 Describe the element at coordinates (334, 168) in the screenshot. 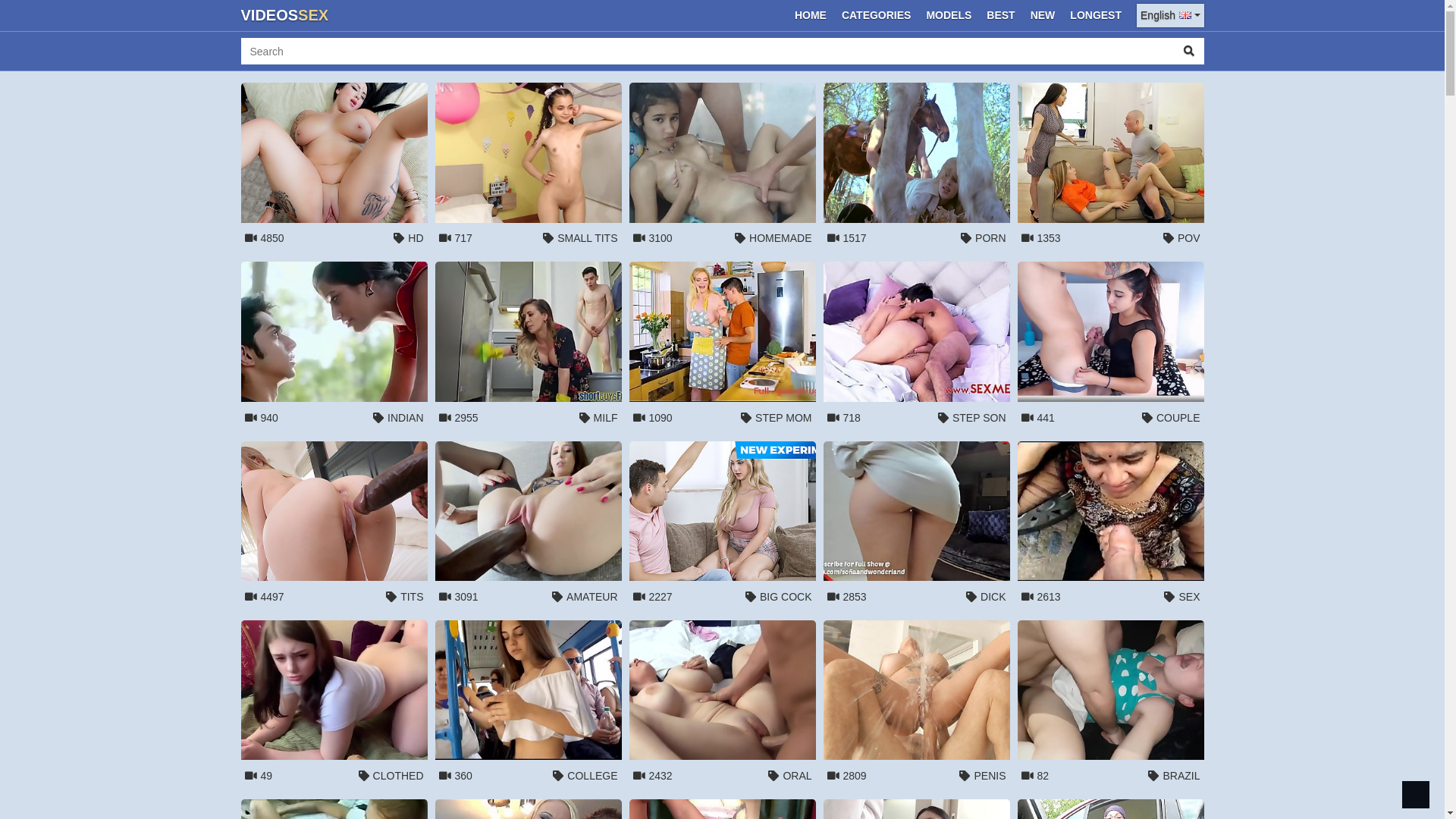

I see `'4850` at that location.